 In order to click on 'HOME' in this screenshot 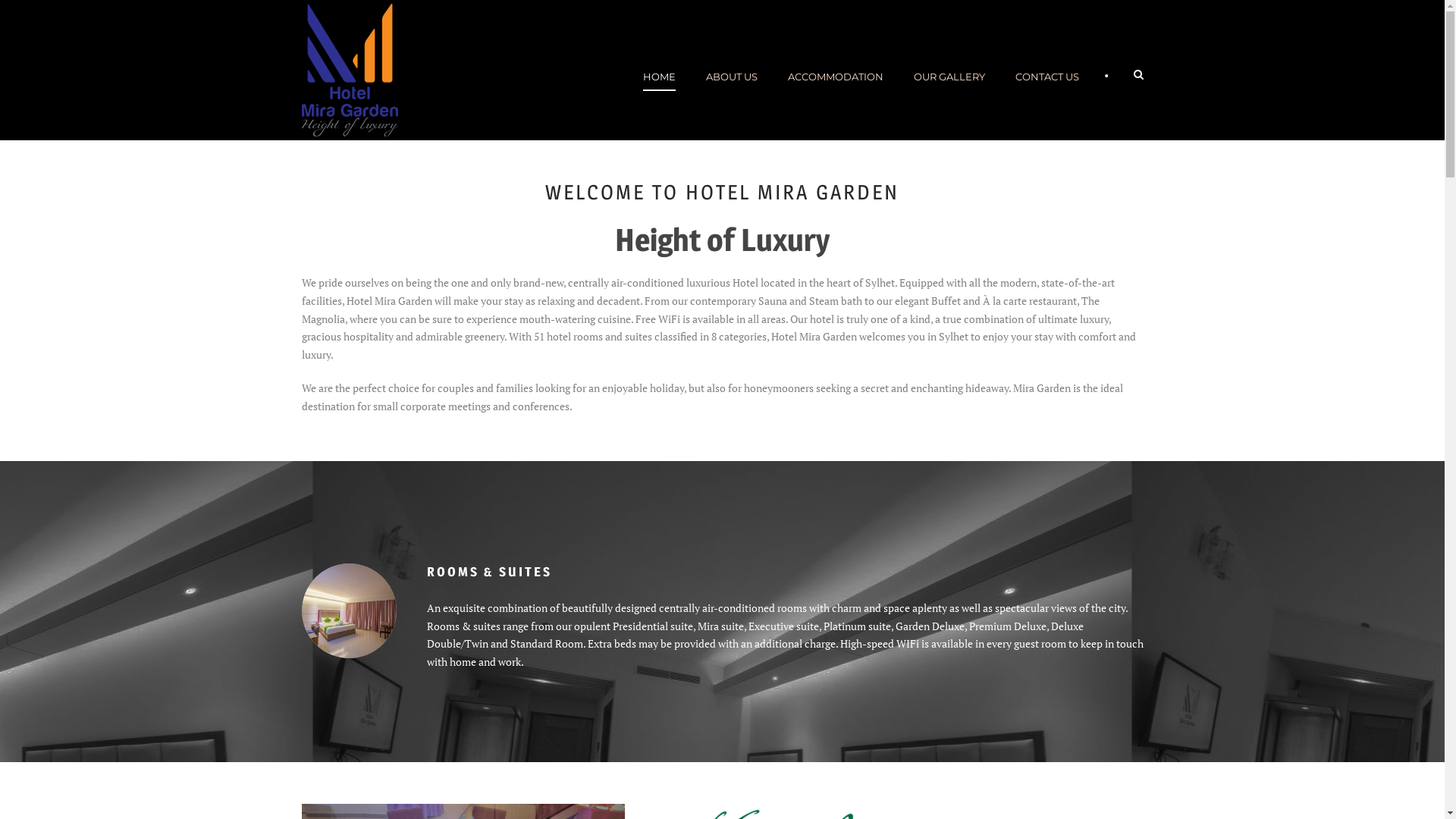, I will do `click(667, 93)`.